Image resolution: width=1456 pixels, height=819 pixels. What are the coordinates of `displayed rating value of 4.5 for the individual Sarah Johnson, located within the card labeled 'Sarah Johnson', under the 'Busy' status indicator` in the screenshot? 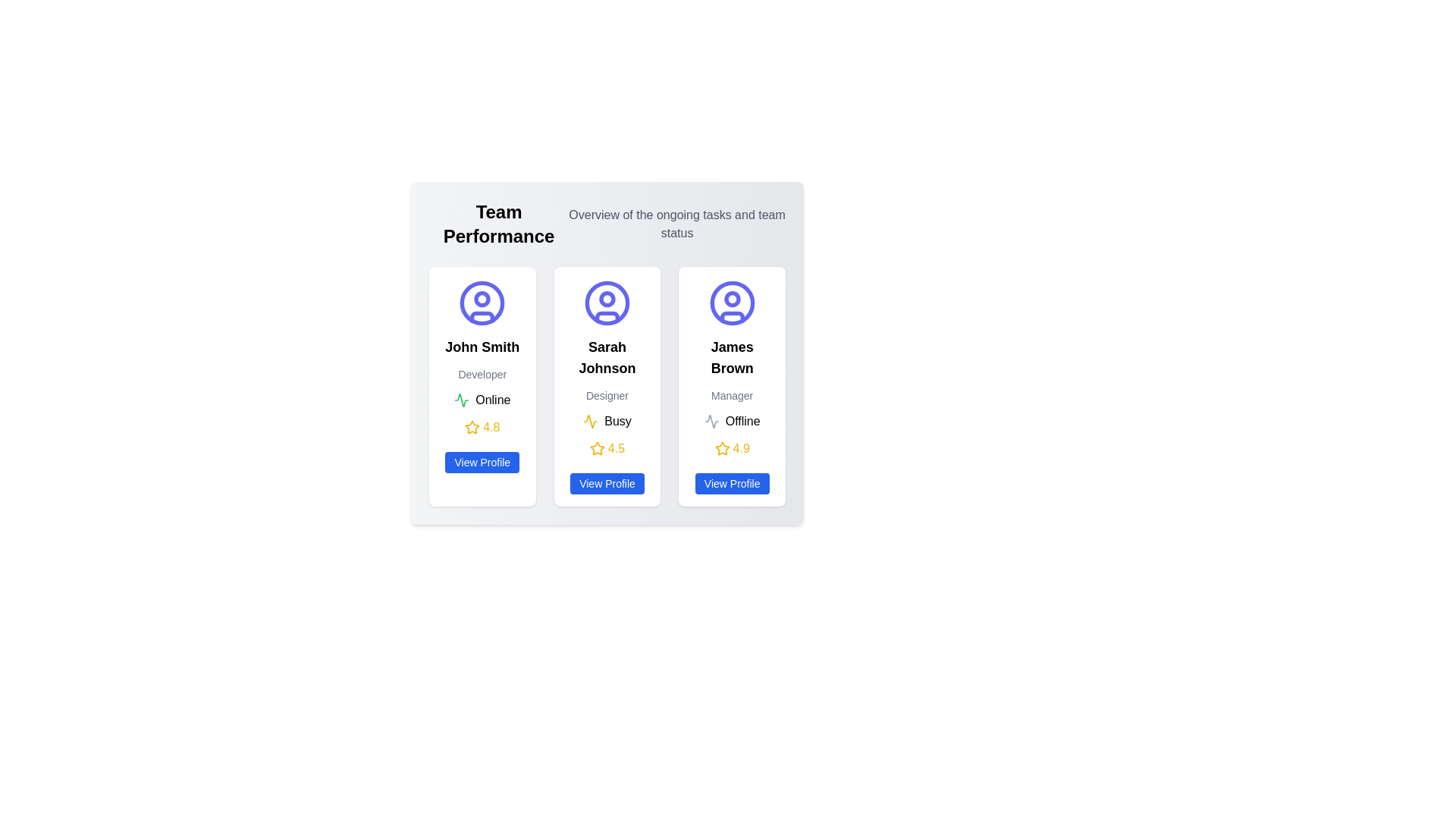 It's located at (607, 447).